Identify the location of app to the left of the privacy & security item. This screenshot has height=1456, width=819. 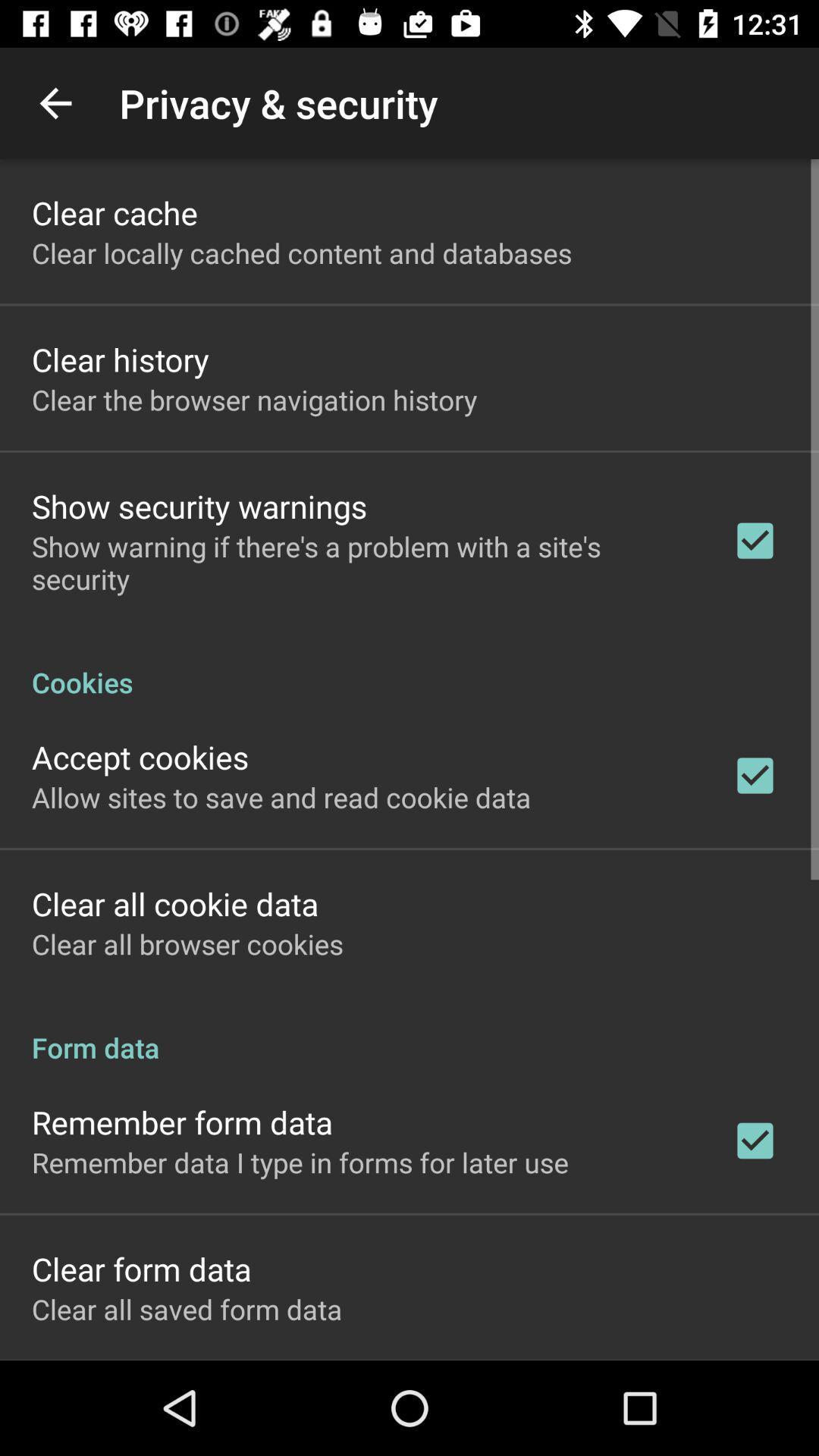
(55, 102).